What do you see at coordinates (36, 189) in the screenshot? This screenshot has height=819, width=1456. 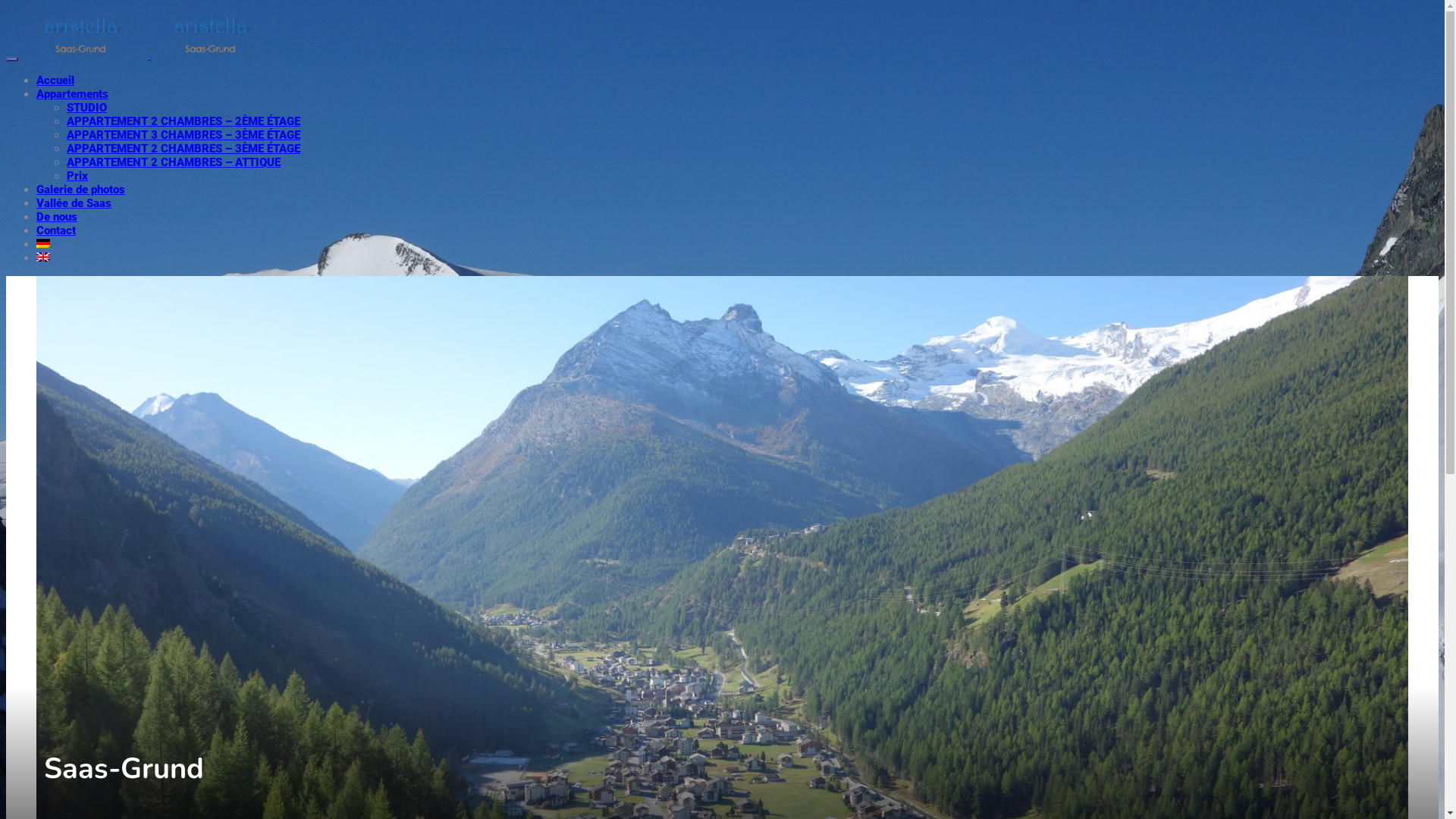 I see `'Galerie de photos'` at bounding box center [36, 189].